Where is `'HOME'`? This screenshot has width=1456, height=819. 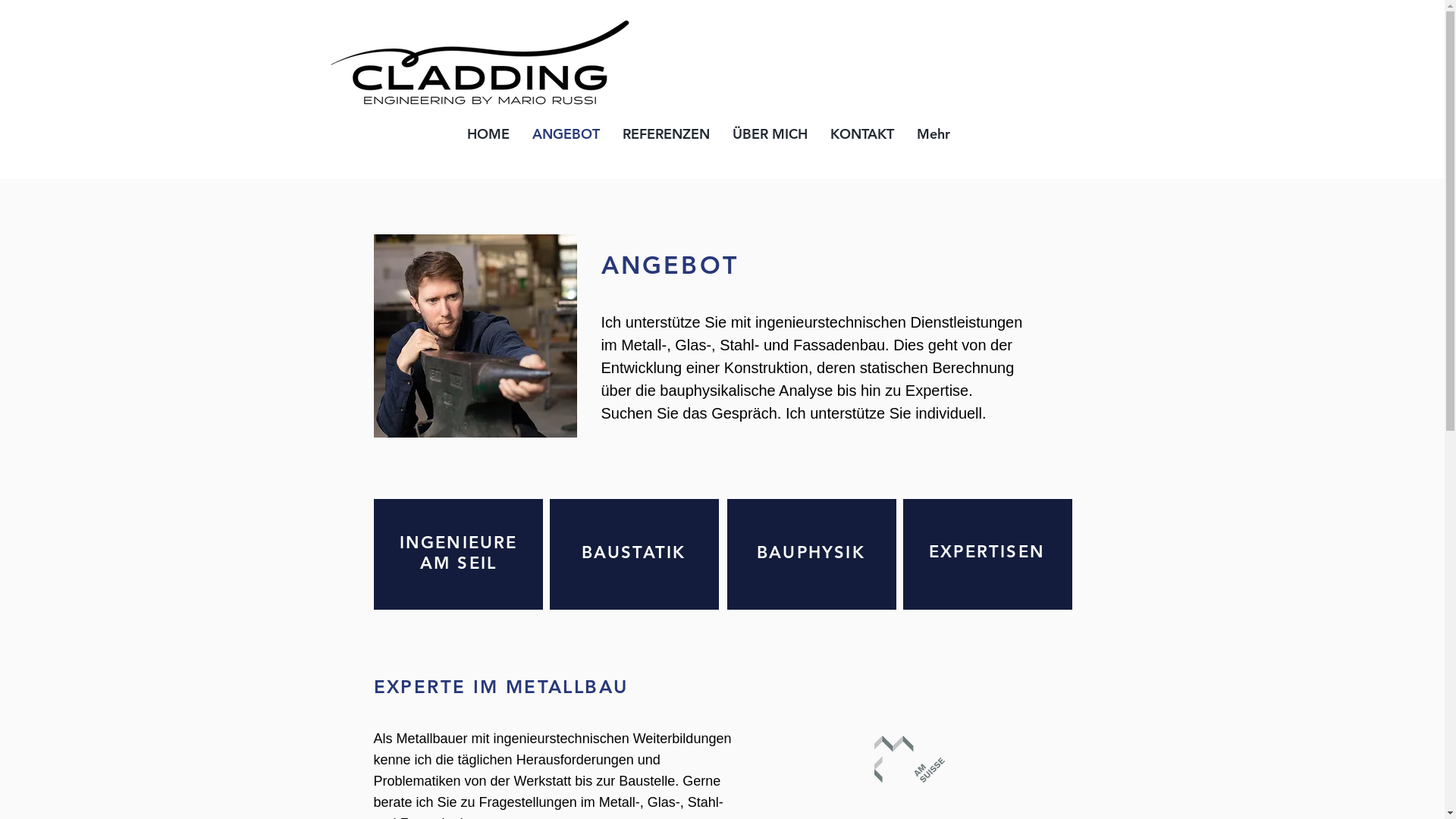
'HOME' is located at coordinates (488, 140).